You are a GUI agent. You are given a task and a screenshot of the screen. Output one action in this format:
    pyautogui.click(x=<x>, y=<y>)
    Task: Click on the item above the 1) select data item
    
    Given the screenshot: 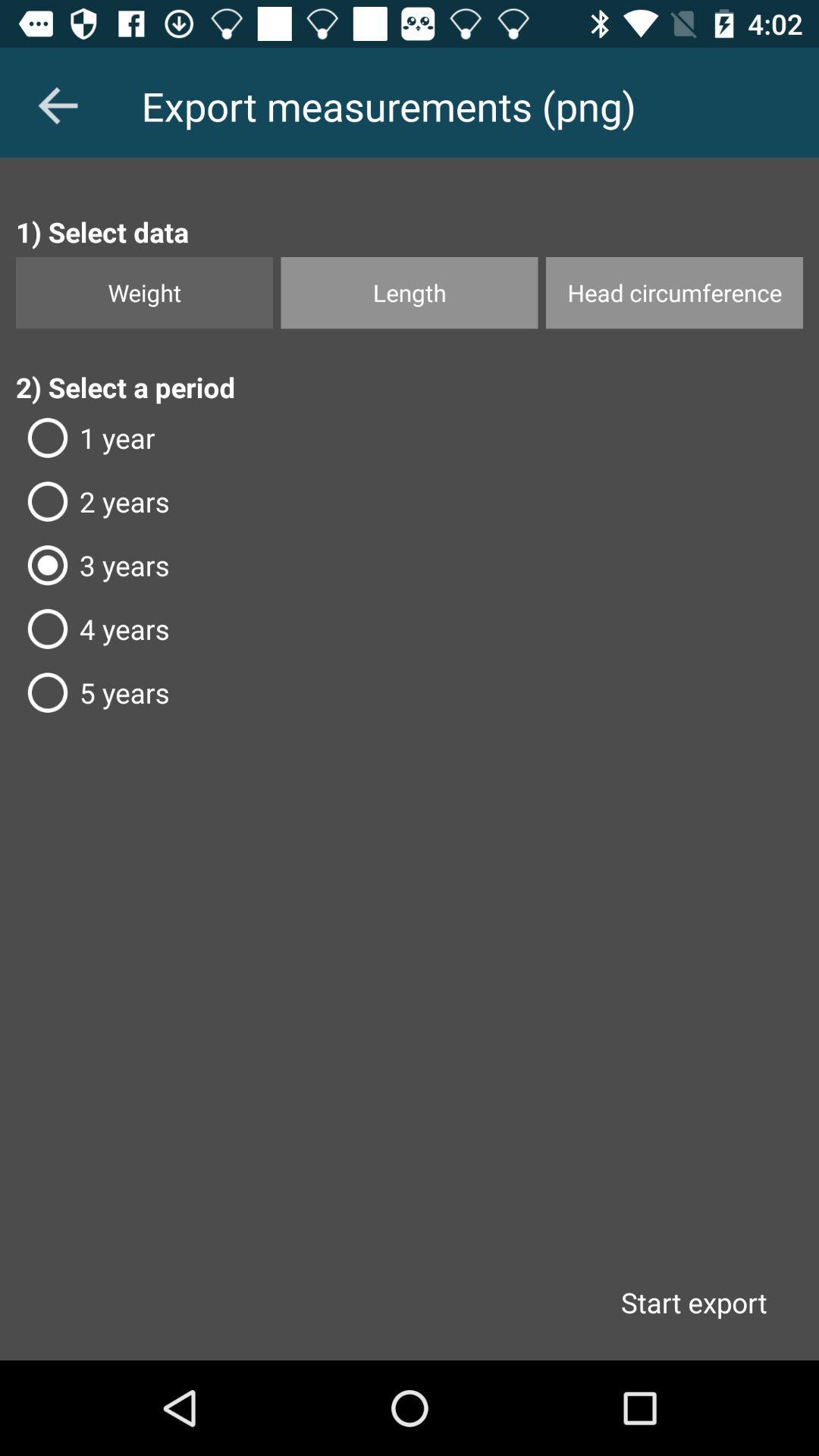 What is the action you would take?
    pyautogui.click(x=57, y=105)
    